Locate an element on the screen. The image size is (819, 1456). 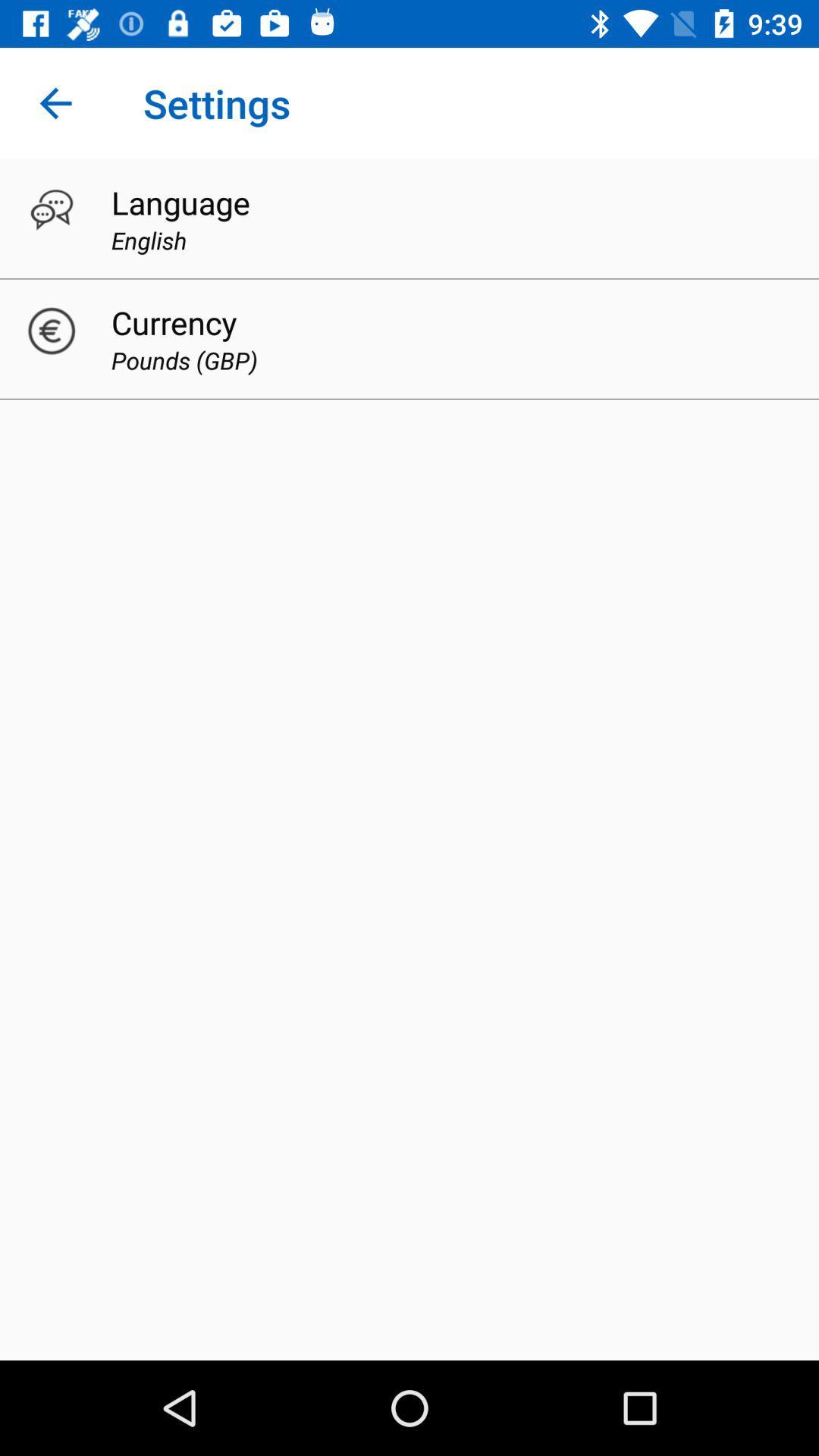
pounds (gbp) is located at coordinates (184, 359).